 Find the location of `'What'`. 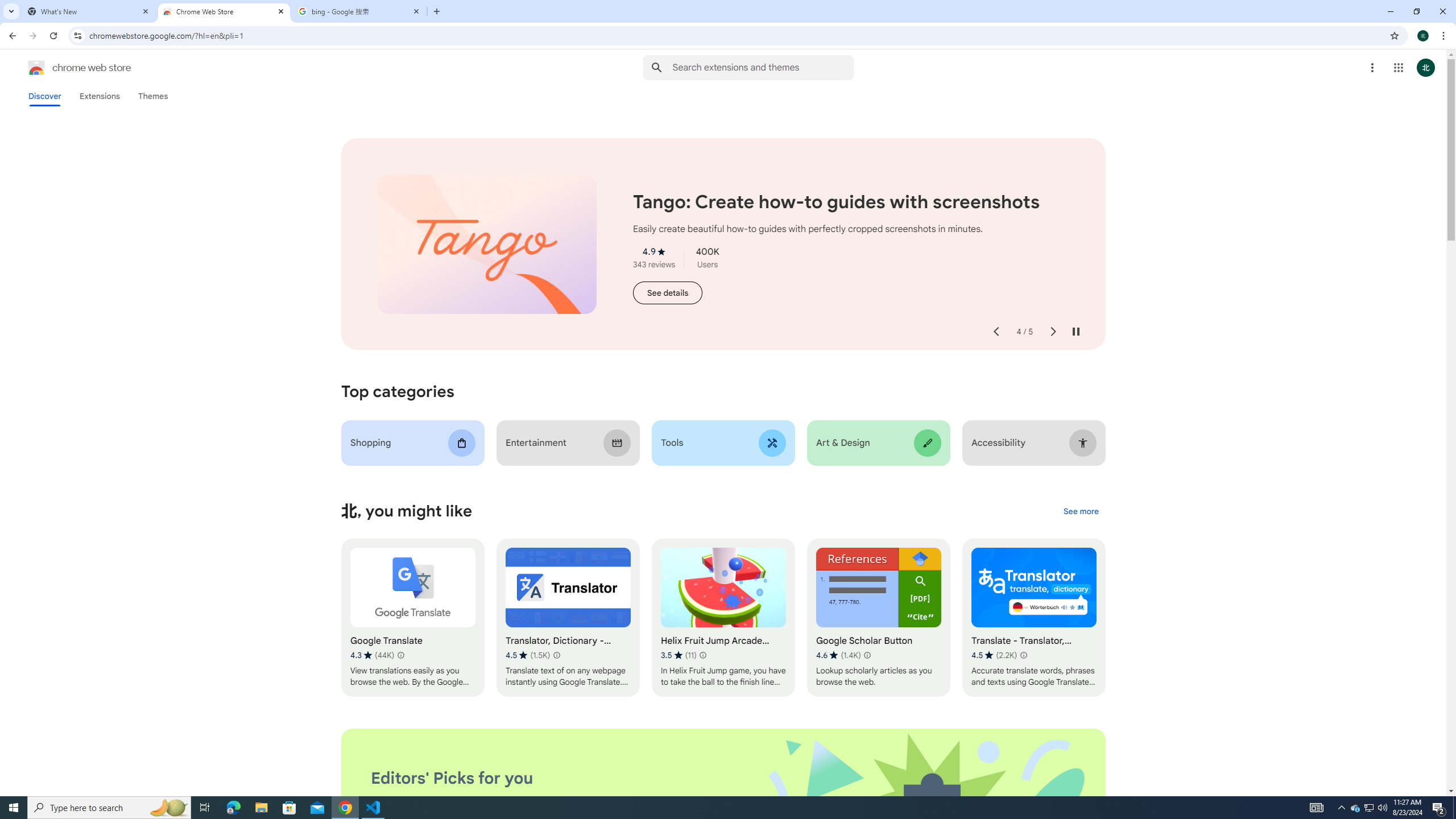

'What' is located at coordinates (88, 11).